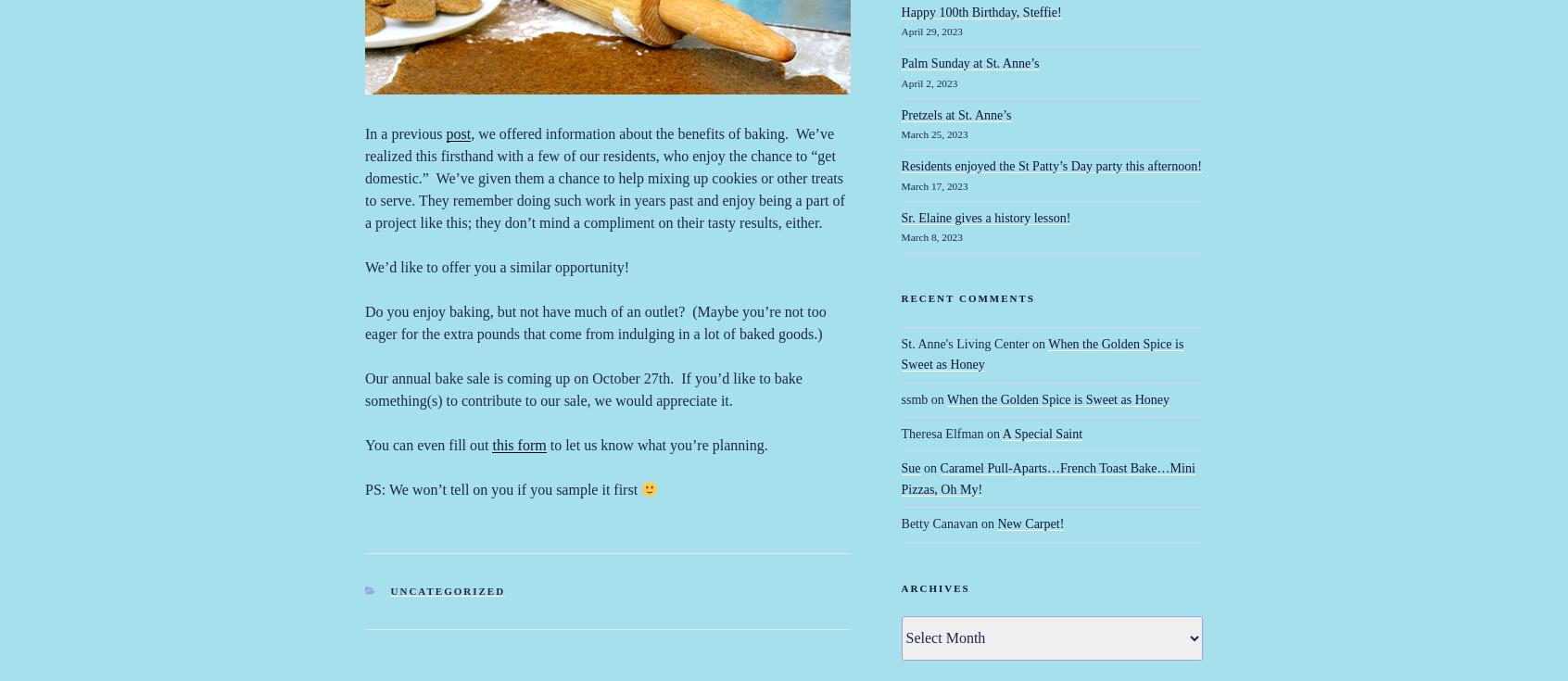  I want to click on 'Do you enjoy baking, but not have much of an outlet?  (Maybe you’re not too eager for the extra pounds that come from indulging in a lot of baked goods.)', so click(595, 322).